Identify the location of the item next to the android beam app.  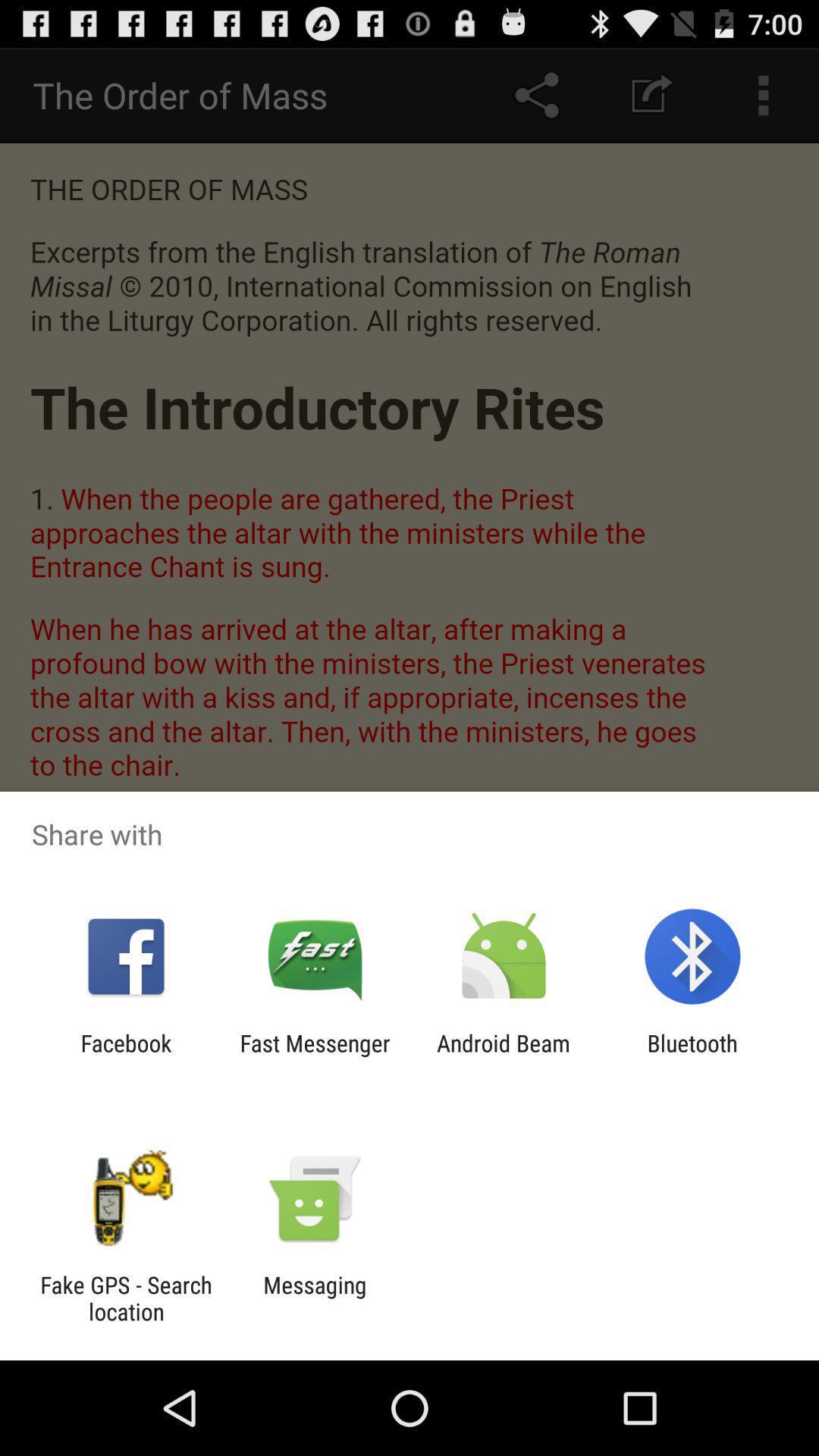
(692, 1056).